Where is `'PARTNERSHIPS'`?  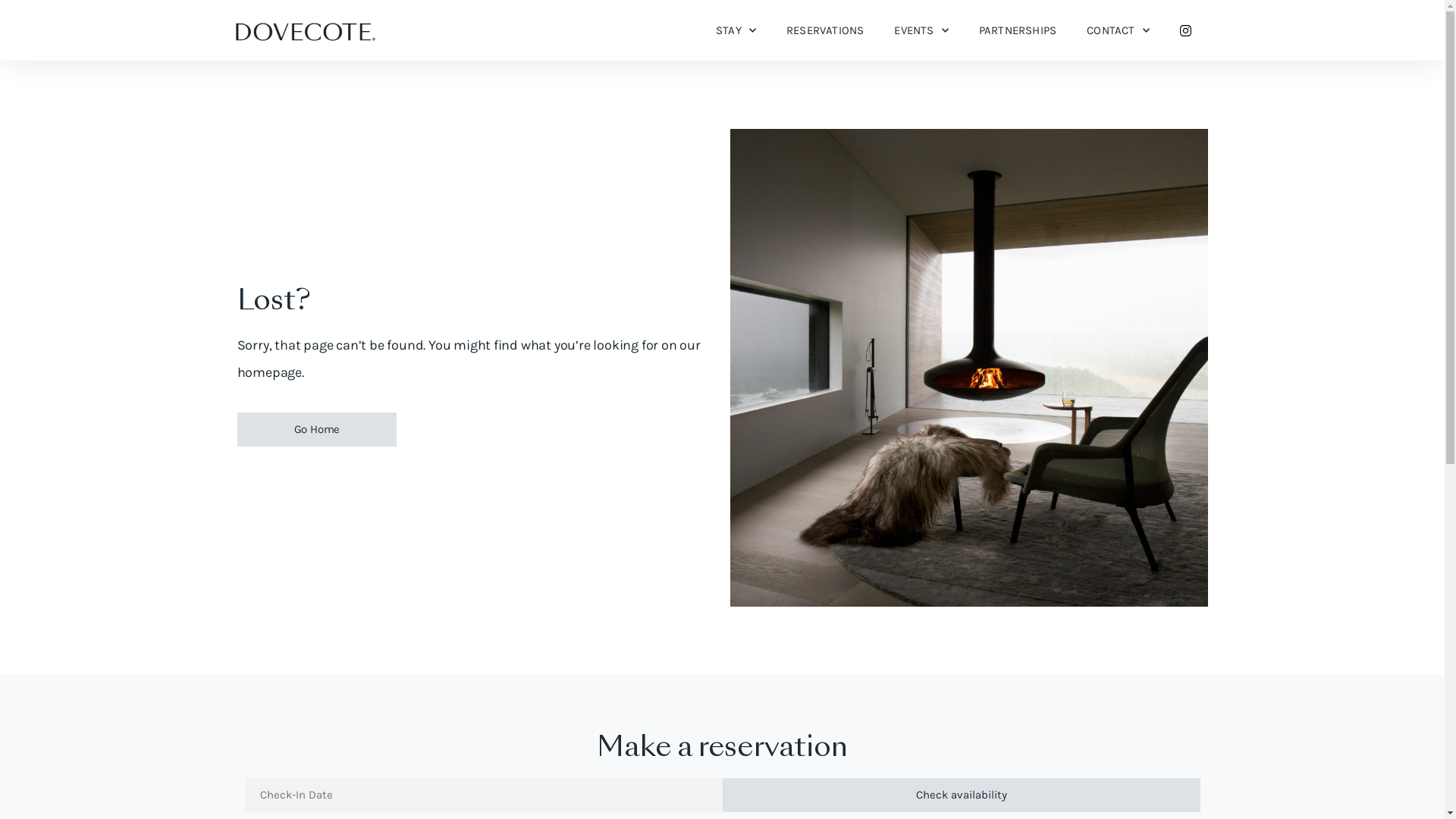
'PARTNERSHIPS' is located at coordinates (1018, 30).